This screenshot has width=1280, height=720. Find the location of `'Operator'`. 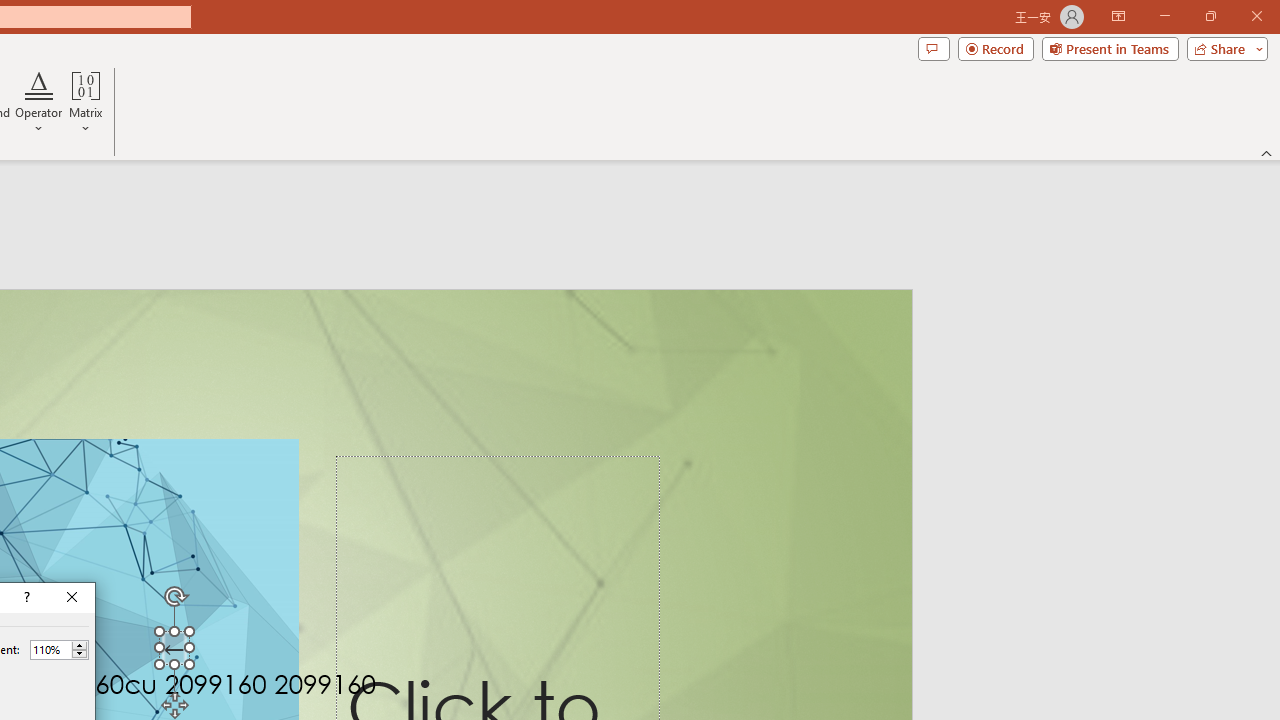

'Operator' is located at coordinates (39, 103).